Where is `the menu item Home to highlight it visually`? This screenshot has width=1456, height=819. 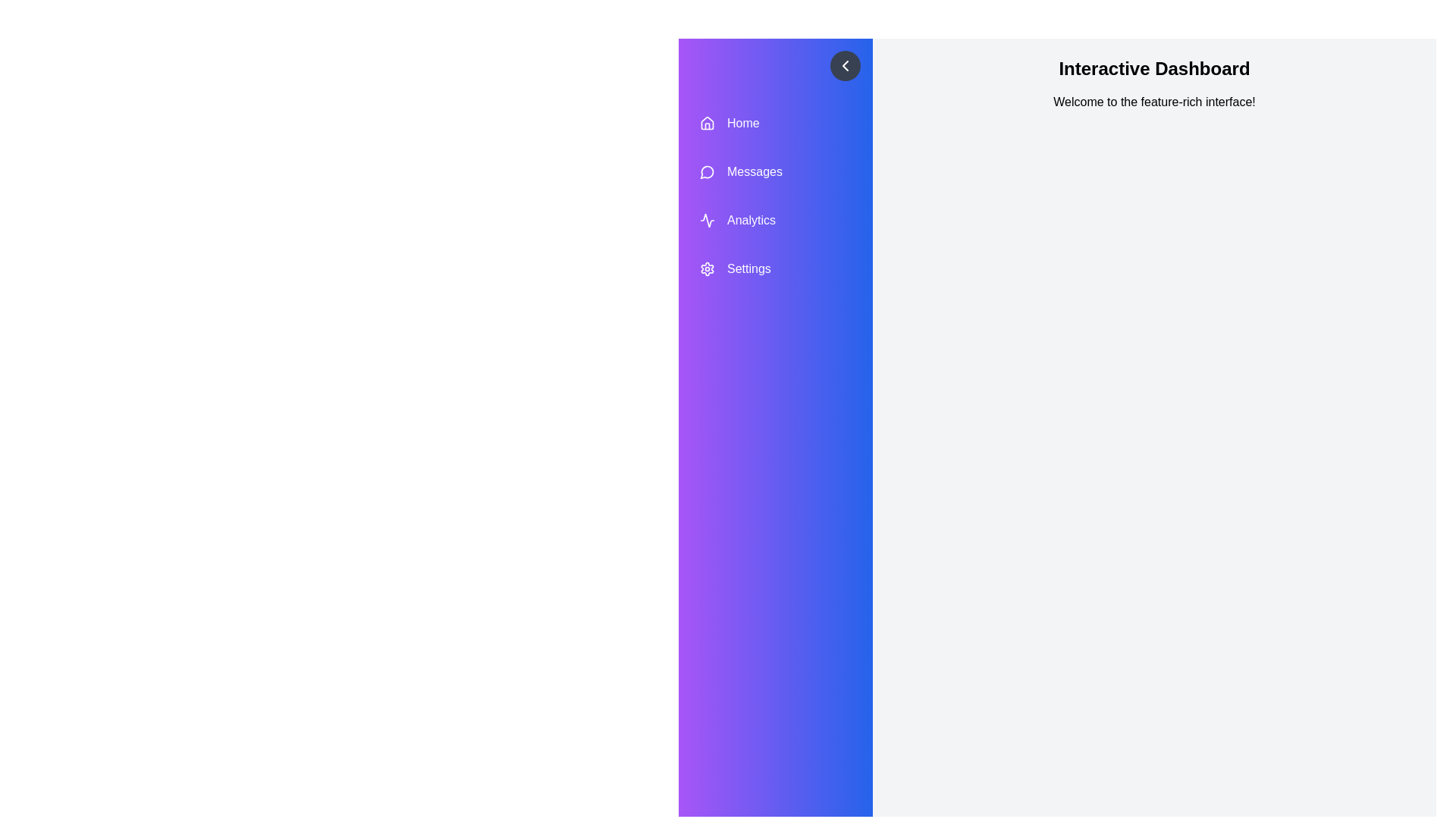 the menu item Home to highlight it visually is located at coordinates (775, 122).